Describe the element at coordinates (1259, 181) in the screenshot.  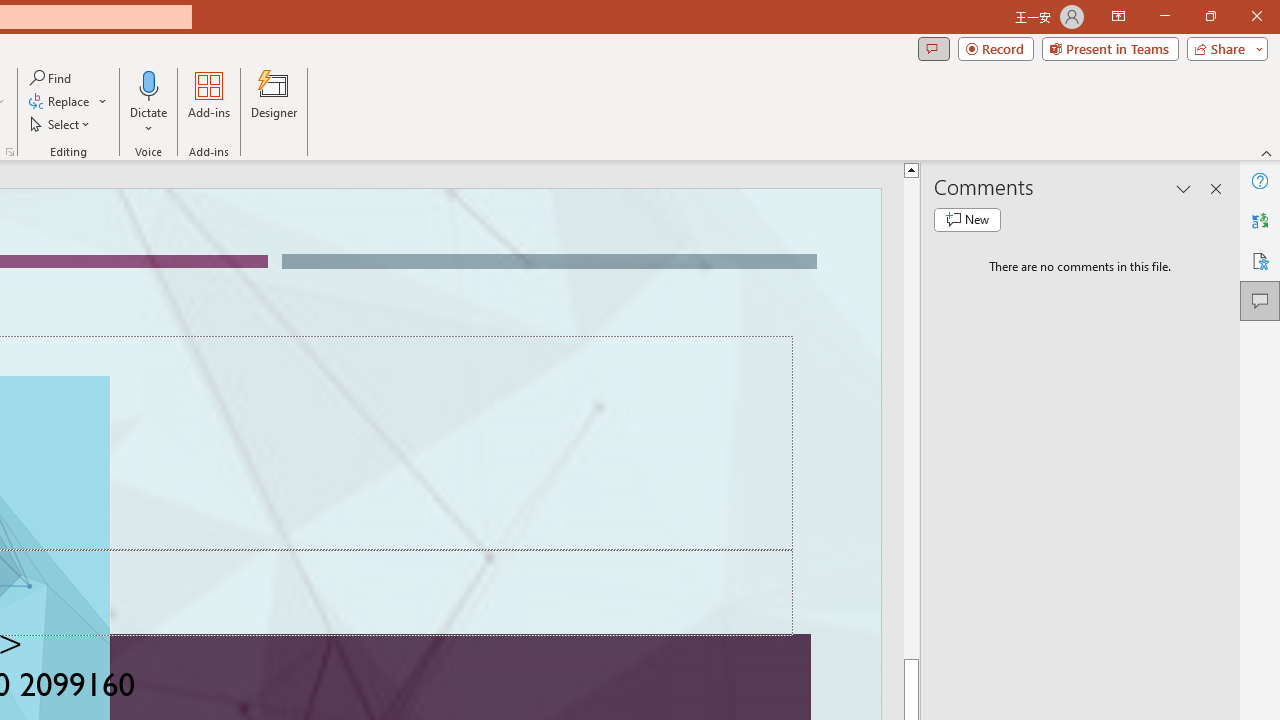
I see `'Help'` at that location.